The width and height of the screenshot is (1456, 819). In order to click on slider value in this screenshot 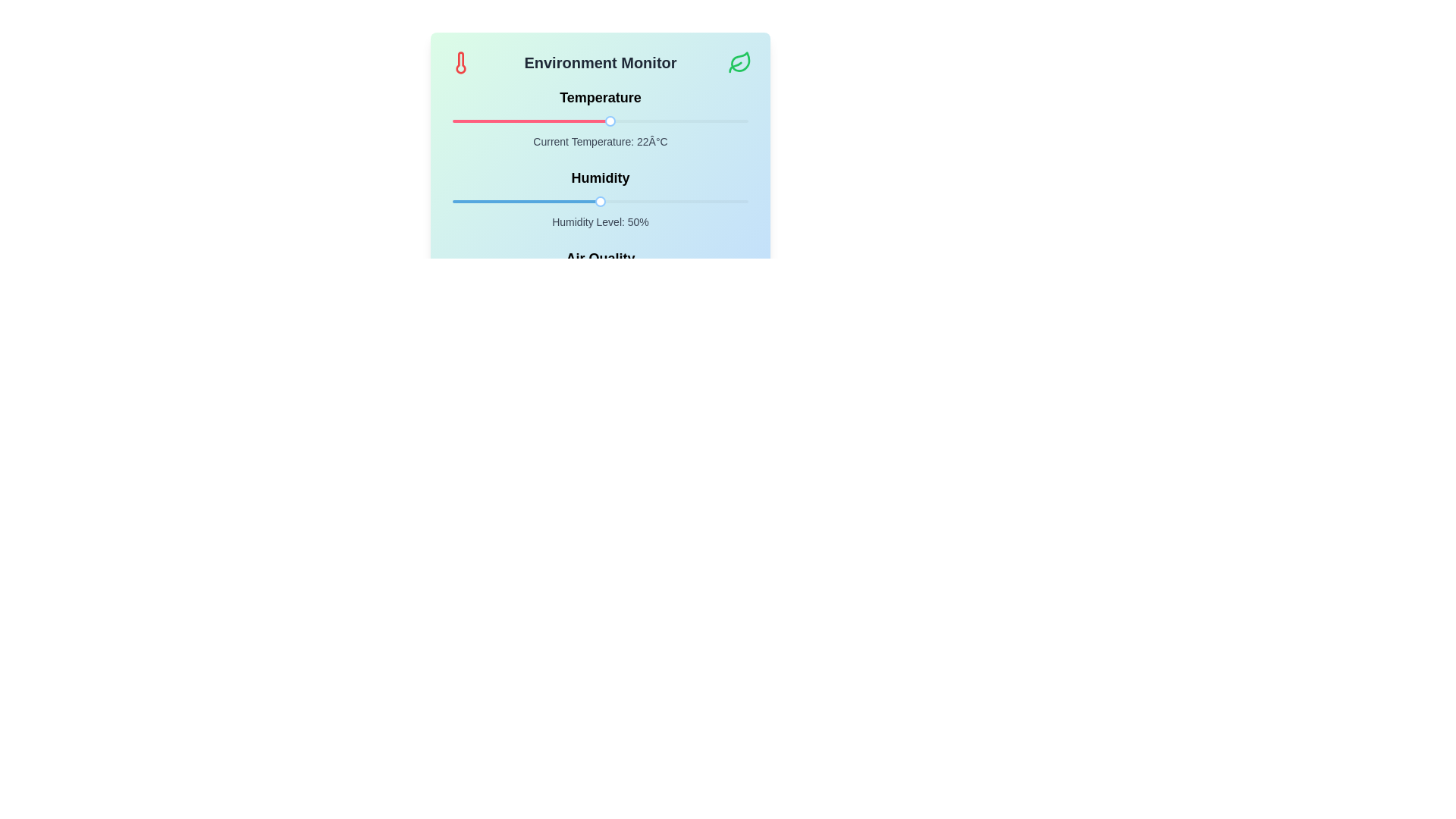, I will do `click(667, 201)`.